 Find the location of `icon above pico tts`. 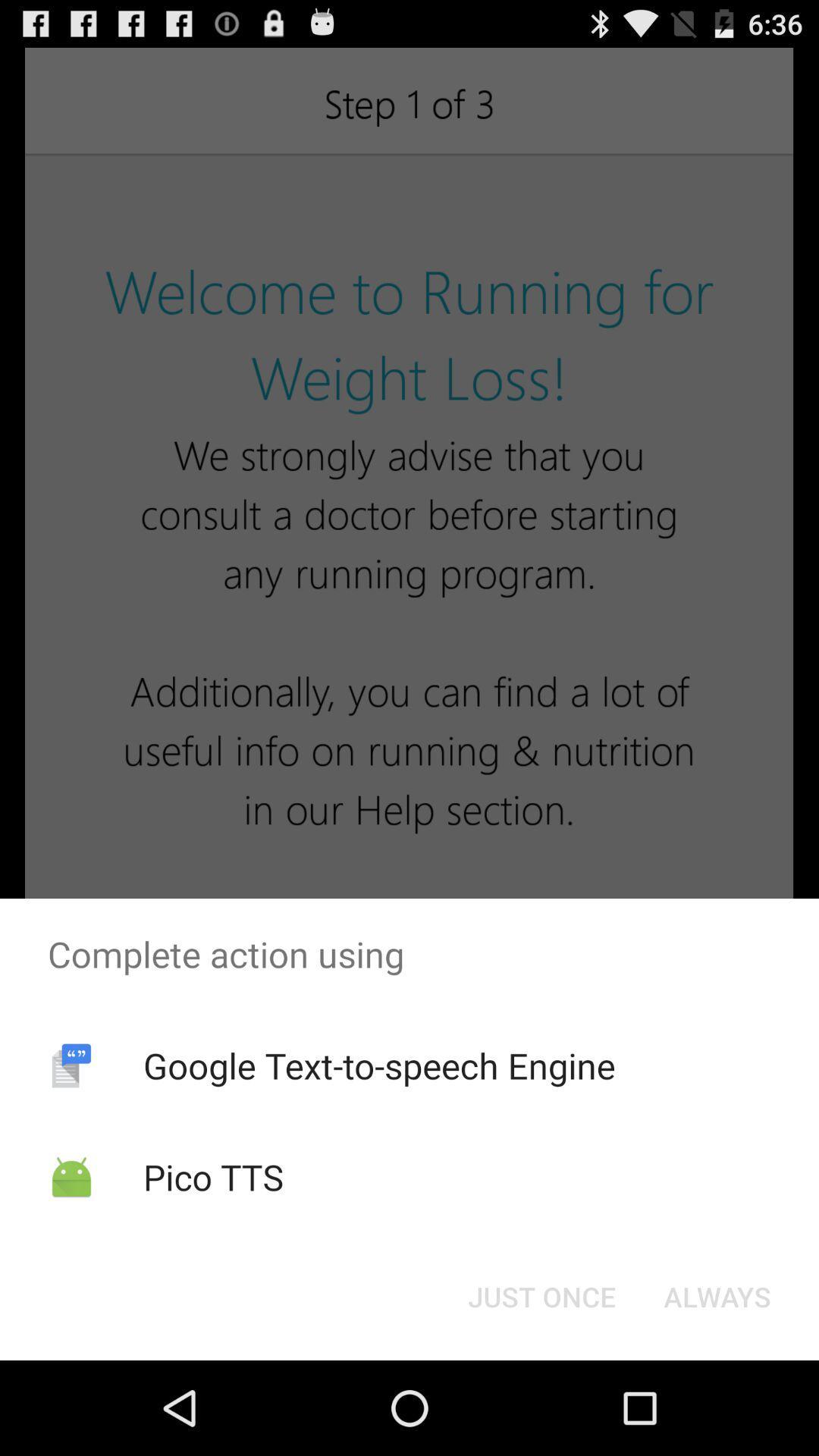

icon above pico tts is located at coordinates (378, 1065).